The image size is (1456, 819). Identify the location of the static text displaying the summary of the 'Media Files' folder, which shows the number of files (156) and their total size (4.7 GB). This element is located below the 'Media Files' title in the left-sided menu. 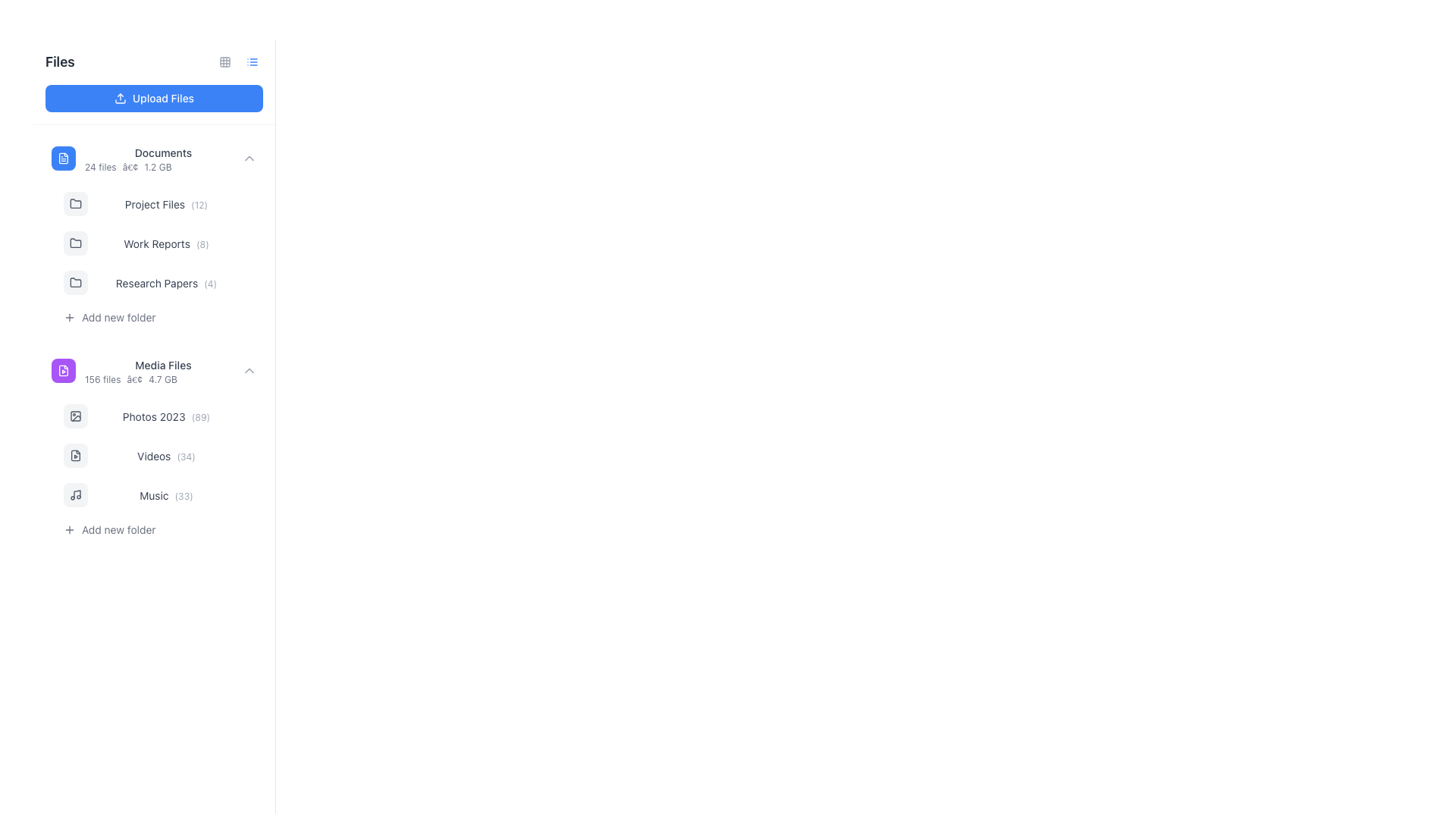
(163, 379).